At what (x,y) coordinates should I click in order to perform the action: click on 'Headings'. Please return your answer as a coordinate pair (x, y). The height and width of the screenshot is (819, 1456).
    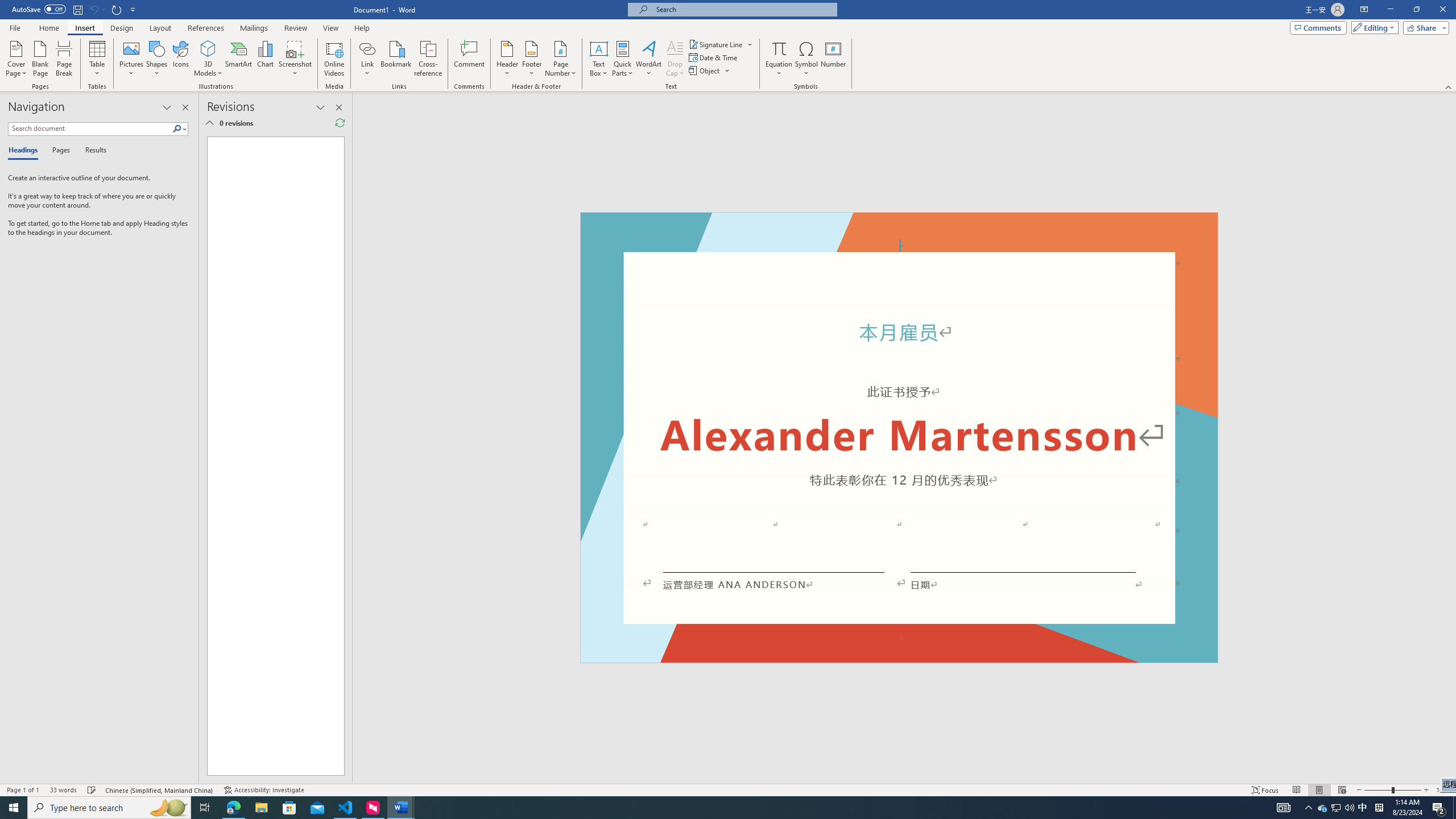
    Looking at the image, I should click on (25, 150).